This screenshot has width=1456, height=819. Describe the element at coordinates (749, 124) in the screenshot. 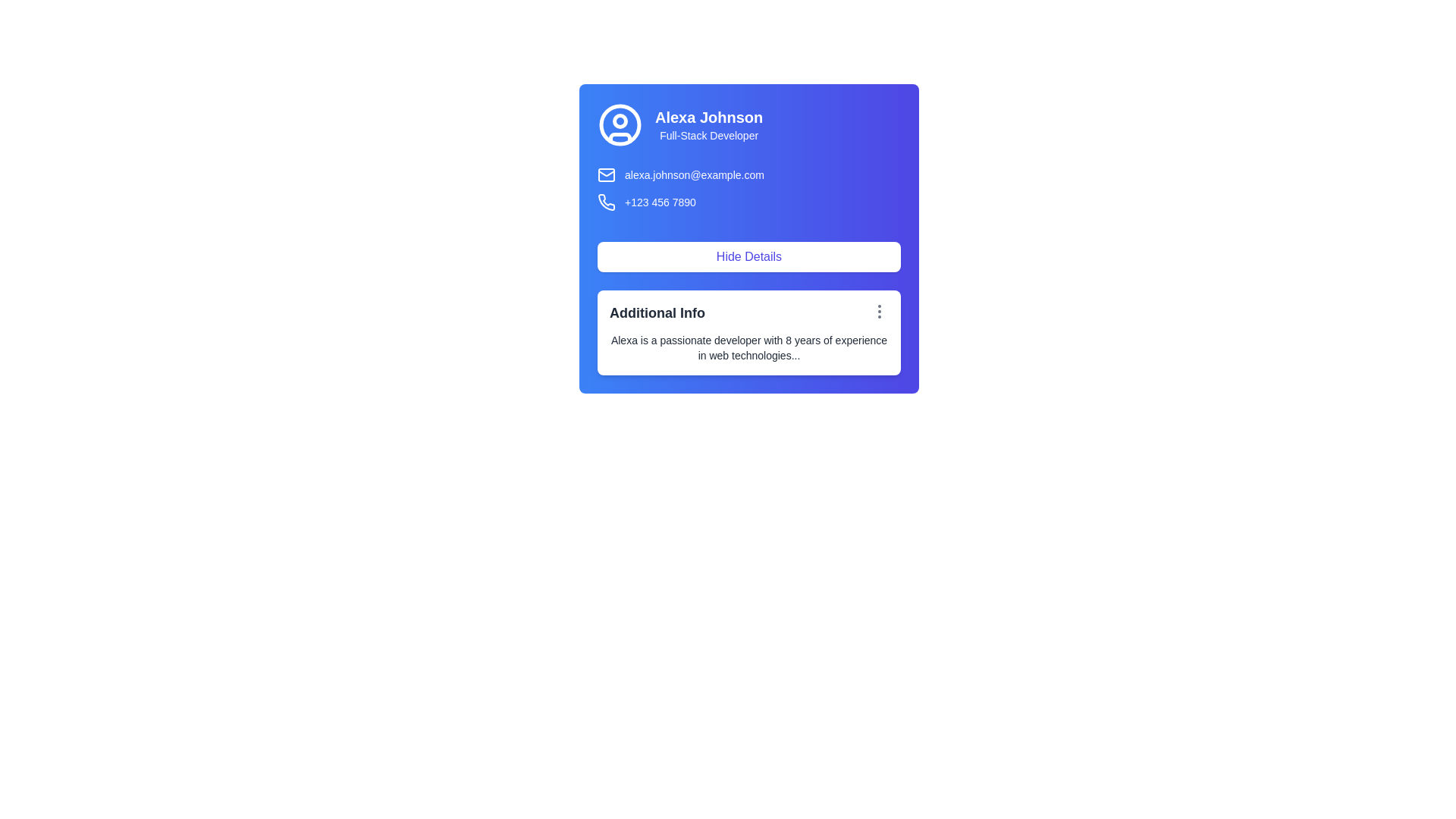

I see `textual content of the profile information component featuring 'Alexa Johnson' and 'Full-Stack Developer', which is positioned at the topmost section of the card next to an avatar icon` at that location.